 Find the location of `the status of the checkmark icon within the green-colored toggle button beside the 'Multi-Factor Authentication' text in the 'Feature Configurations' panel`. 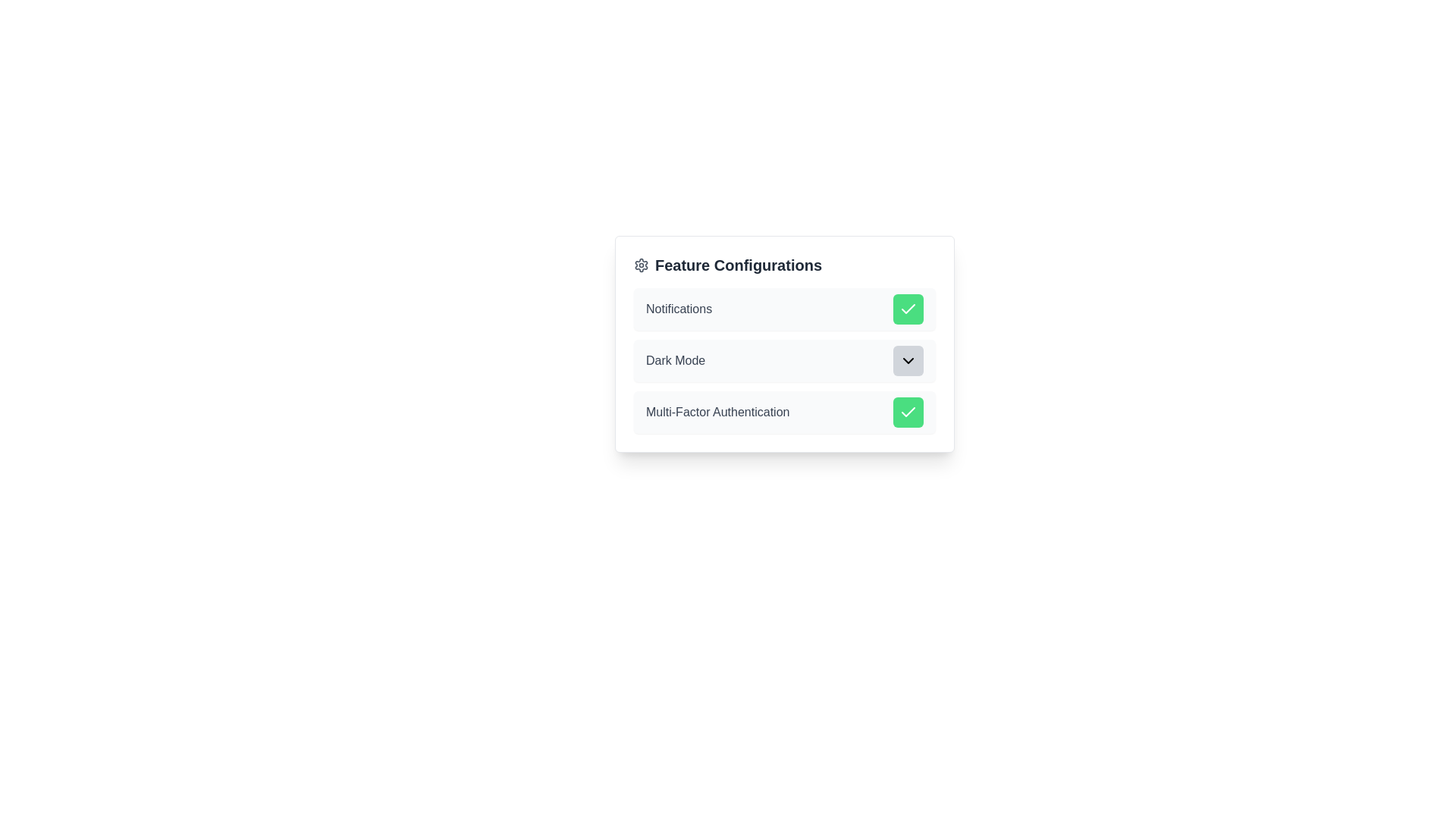

the status of the checkmark icon within the green-colored toggle button beside the 'Multi-Factor Authentication' text in the 'Feature Configurations' panel is located at coordinates (908, 308).